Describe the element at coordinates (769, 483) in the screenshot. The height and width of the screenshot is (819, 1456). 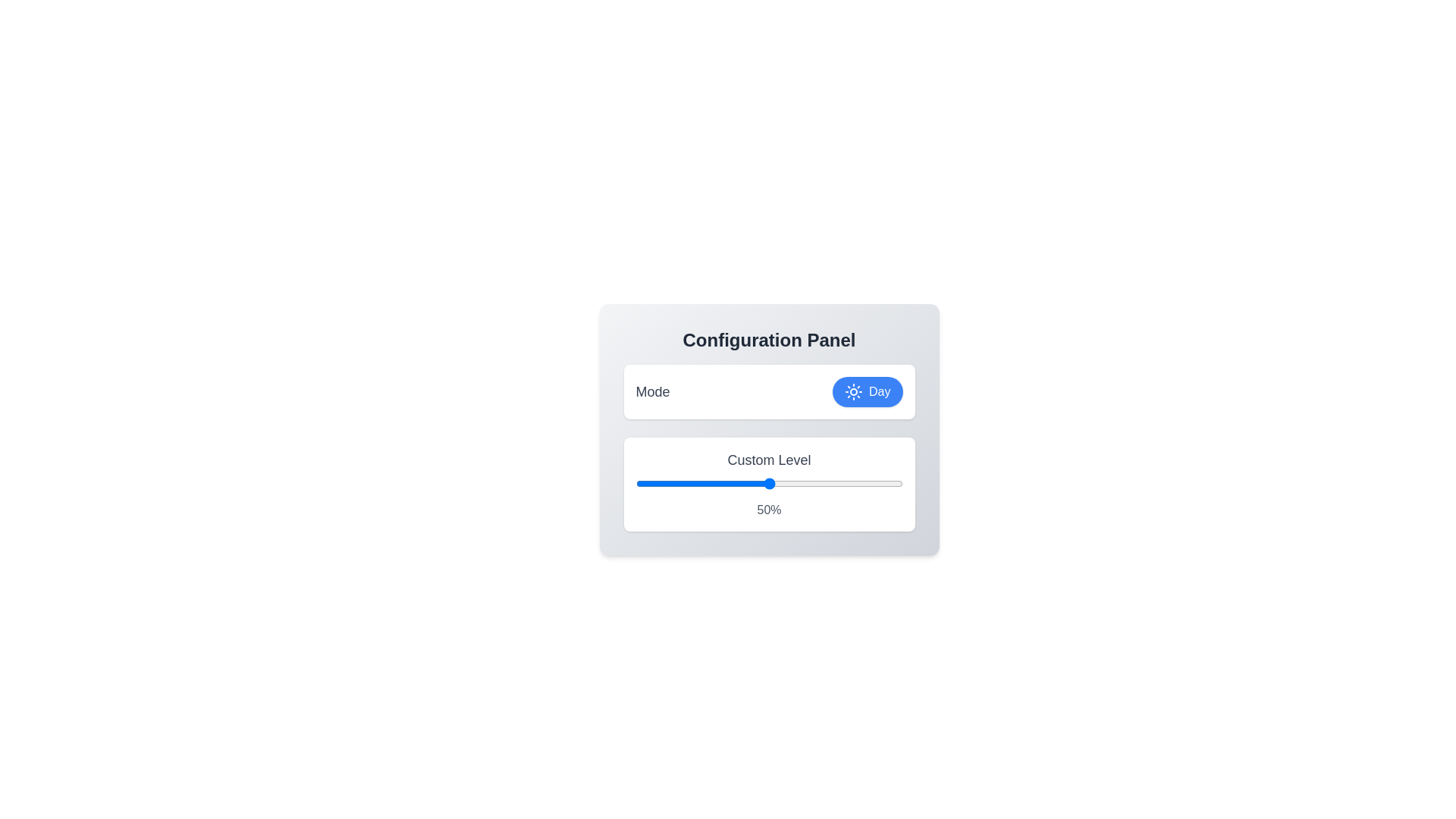
I see `the 'Custom Level' input field to focus on it` at that location.